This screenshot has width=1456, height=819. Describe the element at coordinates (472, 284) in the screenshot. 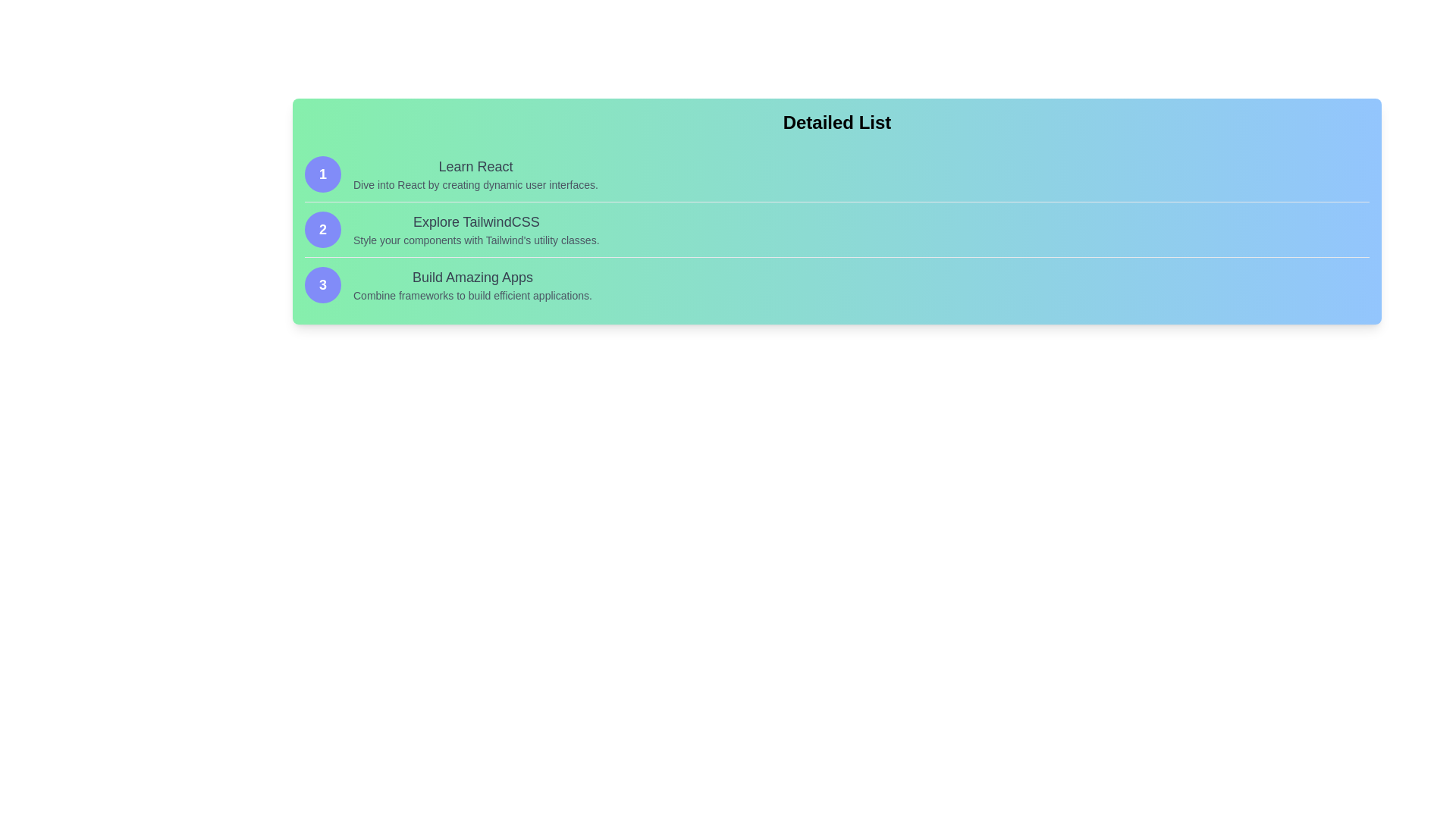

I see `text from the Text block titled 'Build Amazing Apps', which includes the description 'Combine frameworks to build efficient applications.'` at that location.